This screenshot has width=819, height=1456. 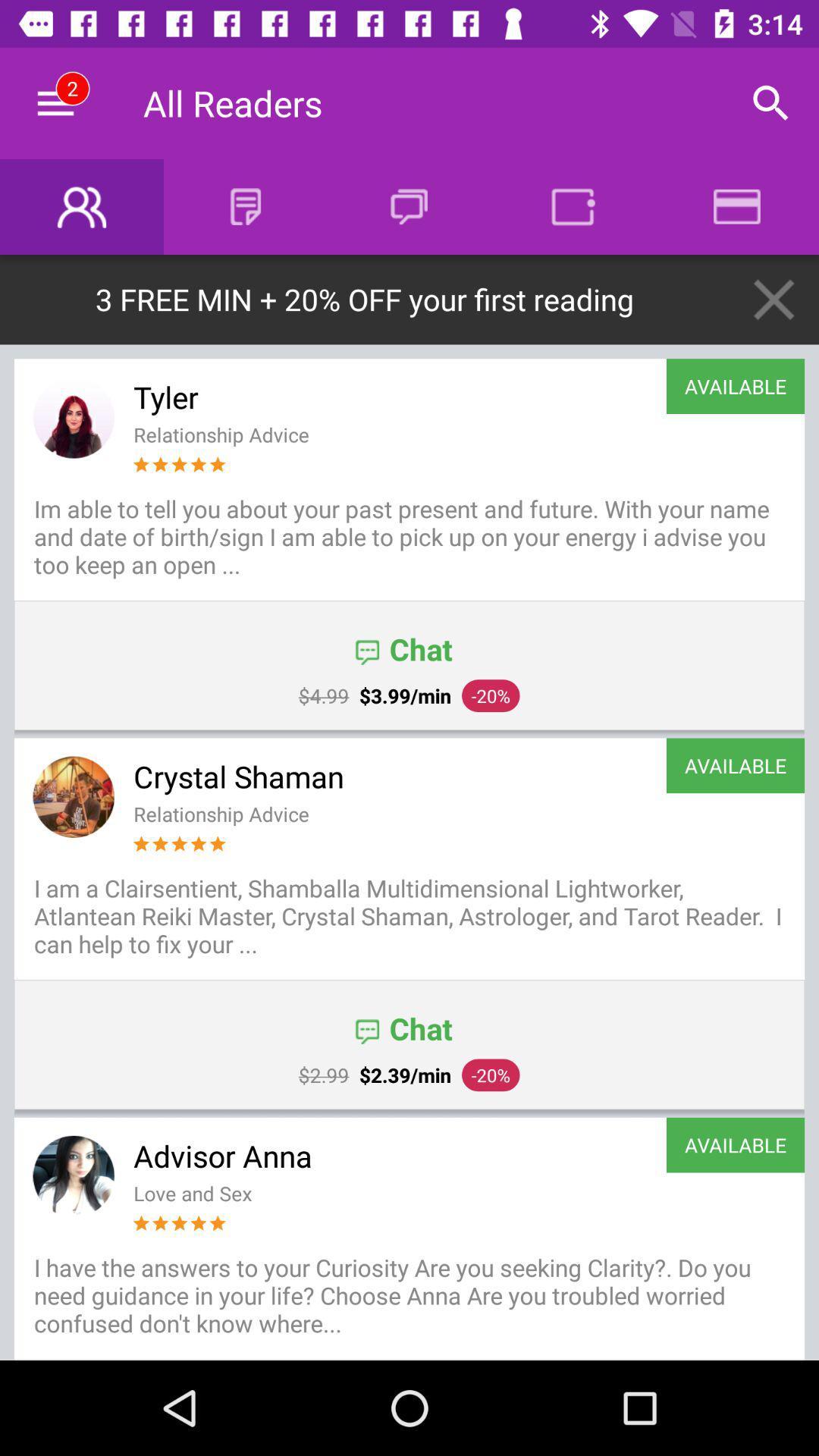 What do you see at coordinates (773, 300) in the screenshot?
I see `icon next to 3 free min icon` at bounding box center [773, 300].